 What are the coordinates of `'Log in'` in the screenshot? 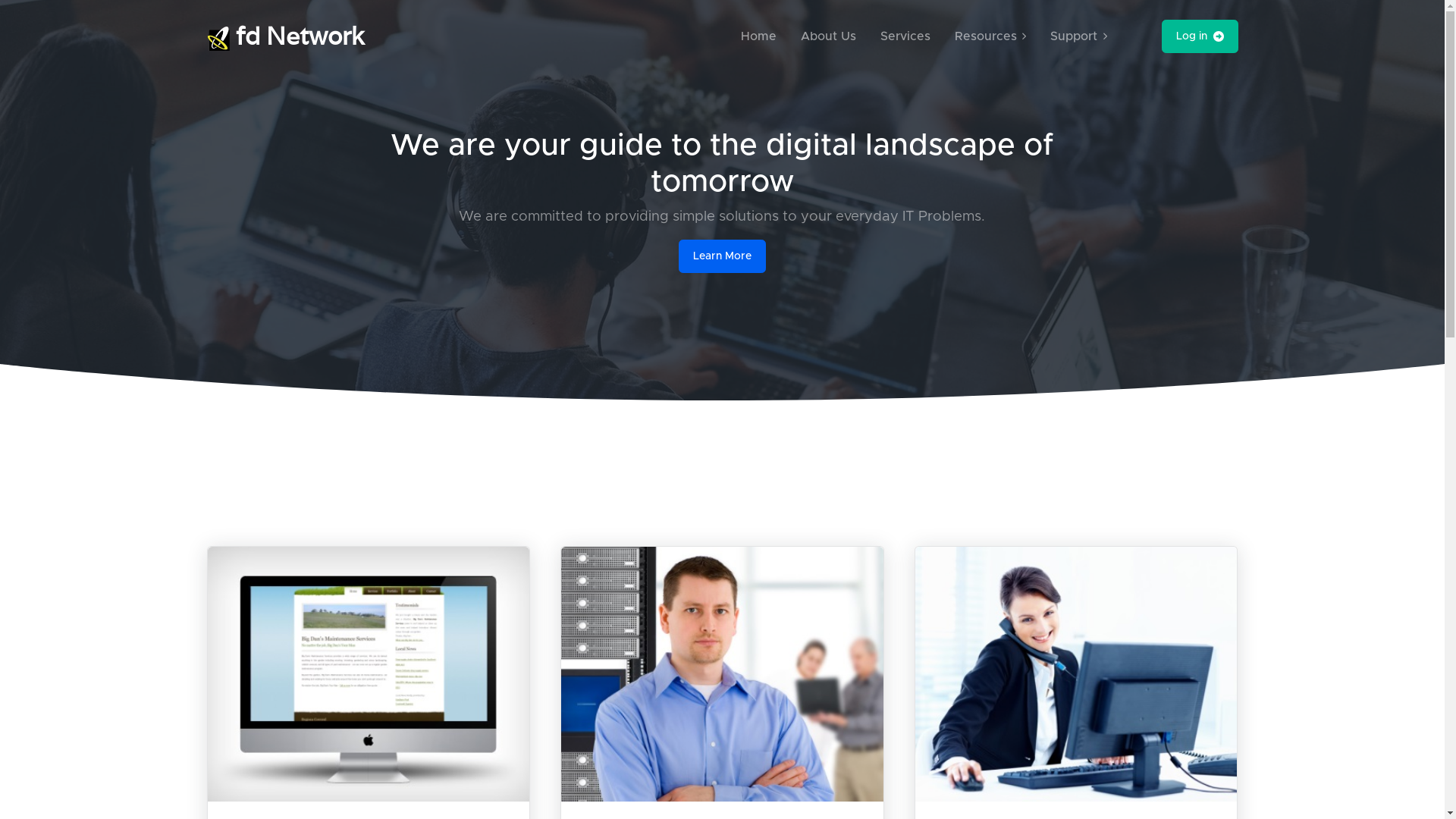 It's located at (1160, 35).